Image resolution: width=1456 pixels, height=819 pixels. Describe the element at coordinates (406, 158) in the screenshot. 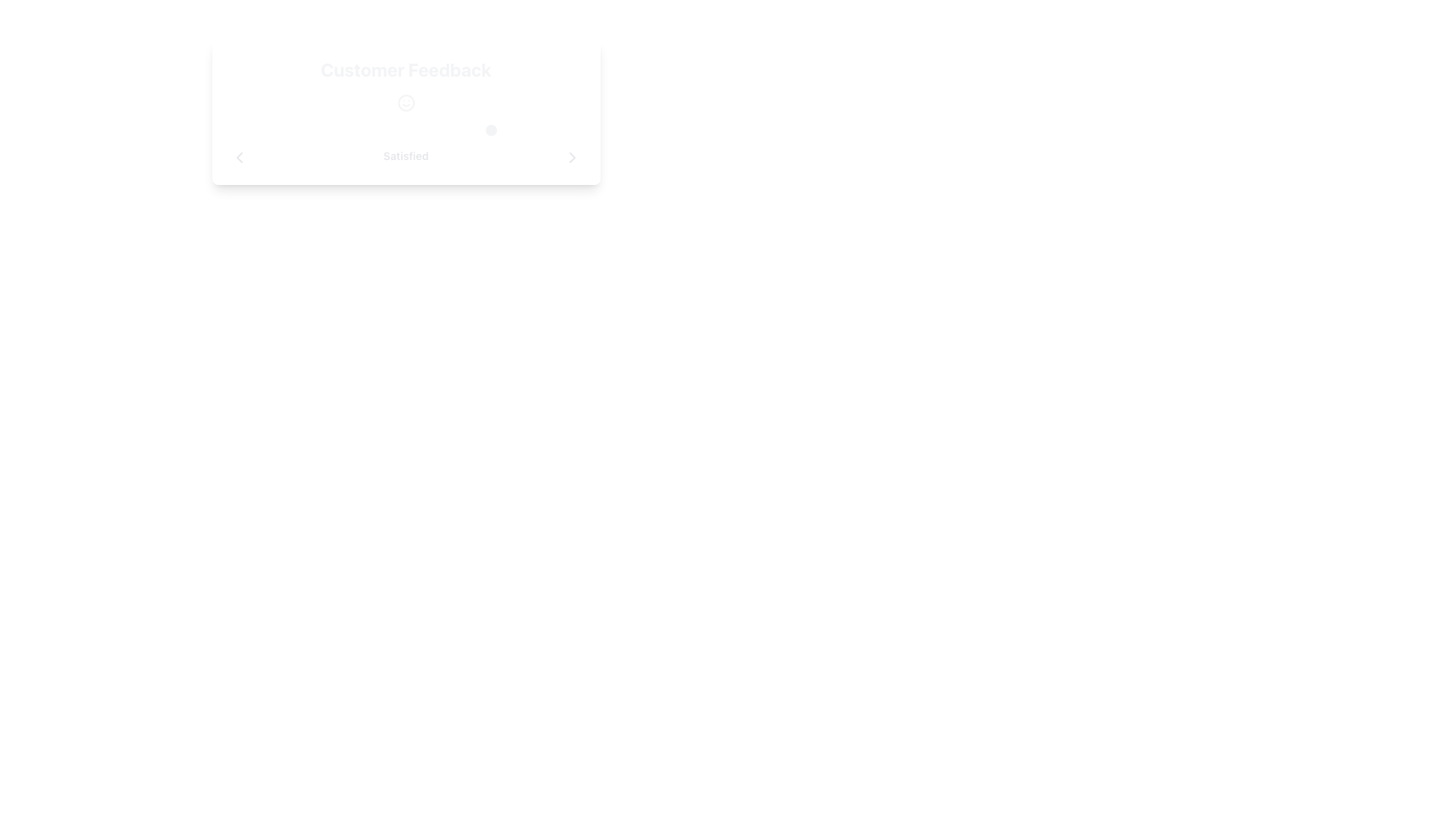

I see `the left or right arrows on the navigation bar labeled 'Satisfied' to interact with the navigation controls` at that location.